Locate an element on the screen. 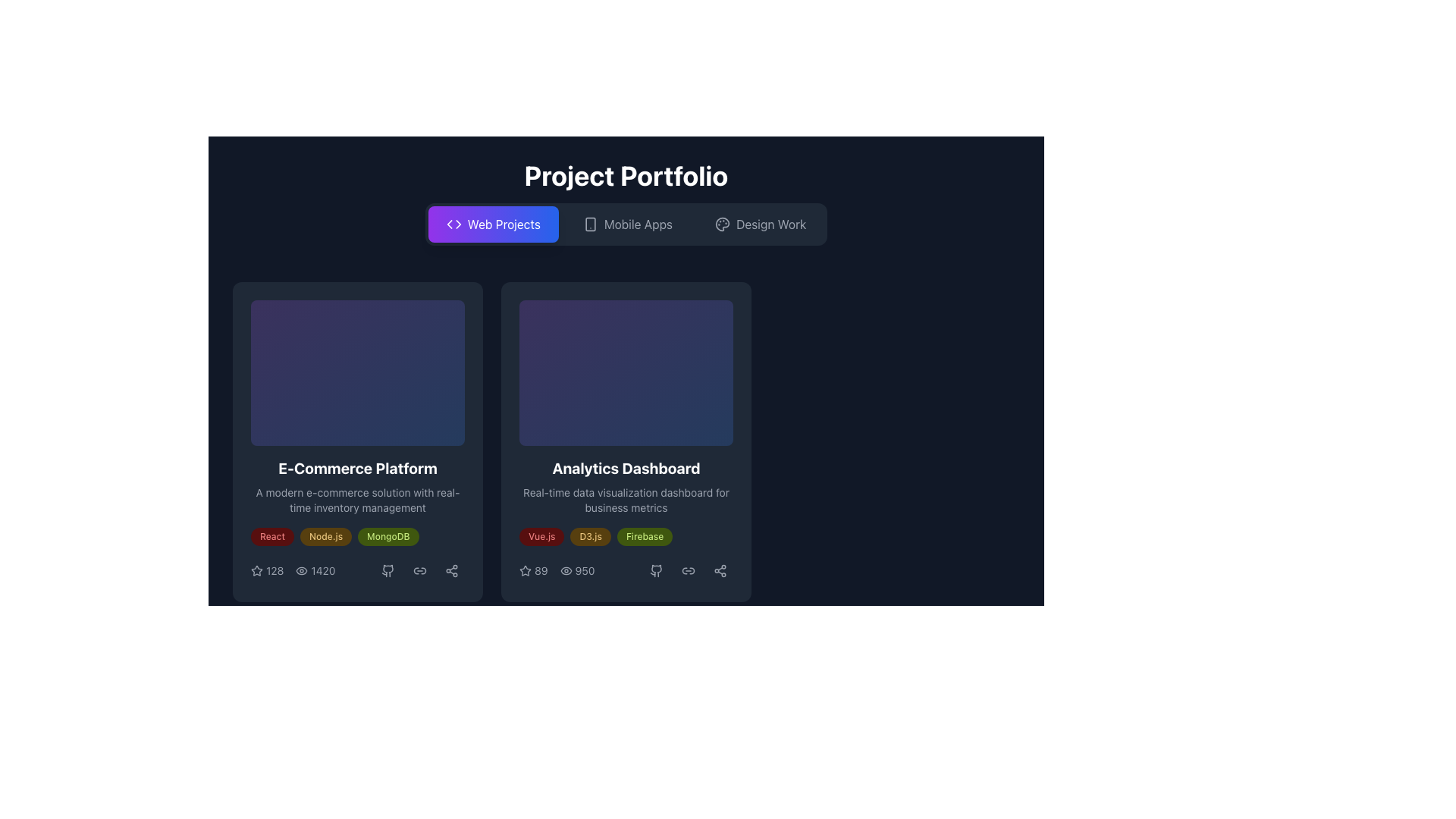 This screenshot has width=1456, height=819. the static text label that serves as the title of the project in the second card under the 'Web Projects' tab, located in the second column of the top row is located at coordinates (626, 467).